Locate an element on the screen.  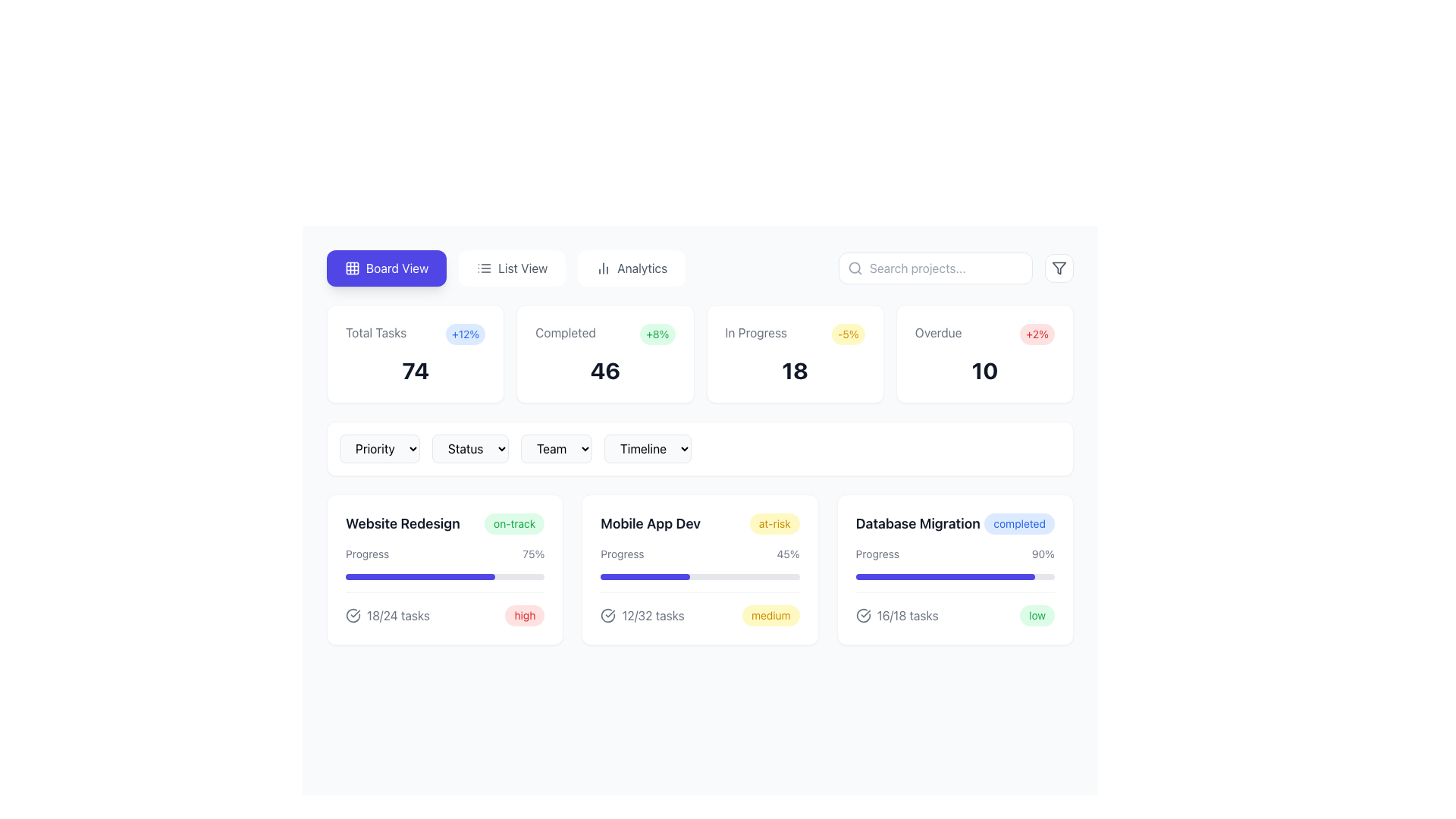
the title and status indicator for the project 'Mobile App Dev' in the second row of the dashboard, which indicates its status as 'at-risk' is located at coordinates (699, 522).